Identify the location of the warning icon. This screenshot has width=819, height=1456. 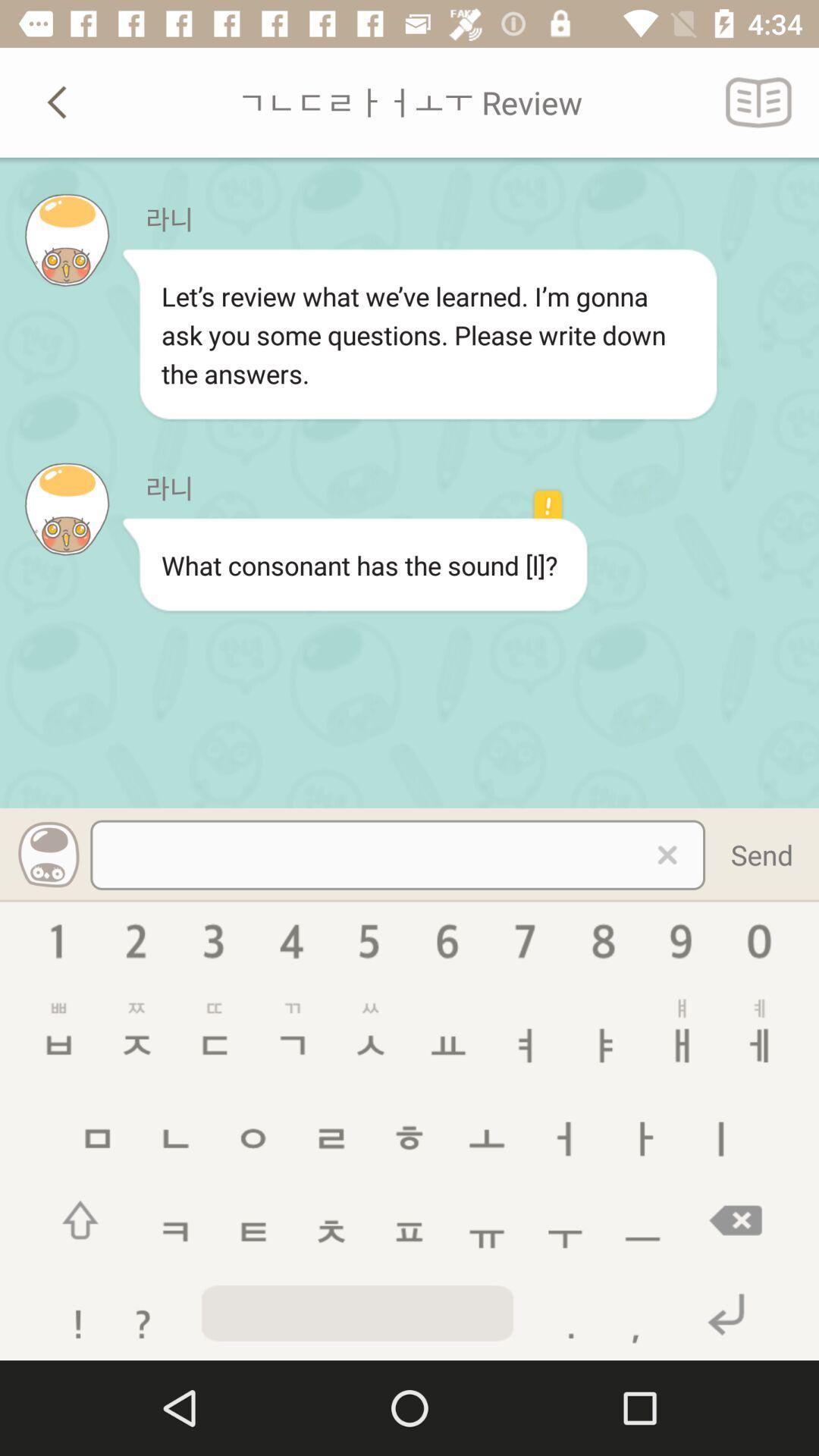
(79, 1313).